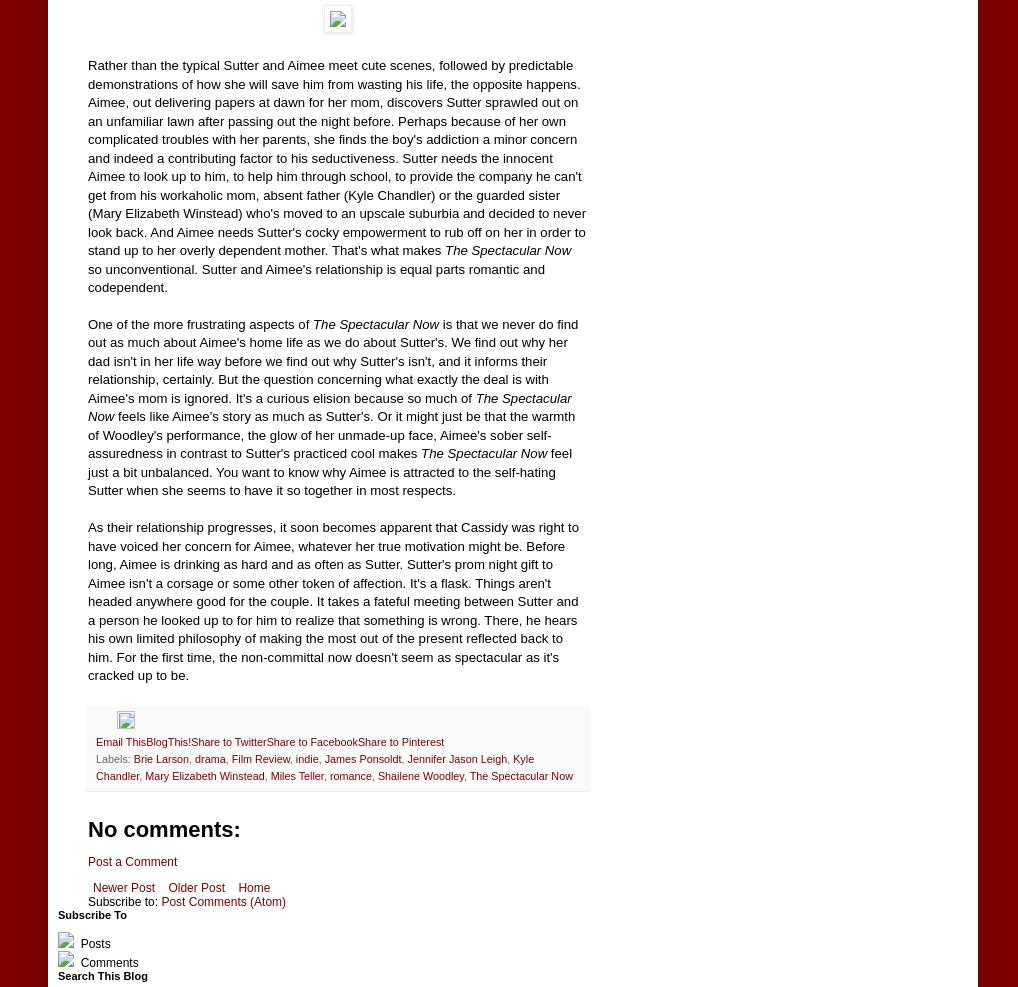 Image resolution: width=1018 pixels, height=987 pixels. What do you see at coordinates (406, 758) in the screenshot?
I see `'Jennifer Jason Leigh'` at bounding box center [406, 758].